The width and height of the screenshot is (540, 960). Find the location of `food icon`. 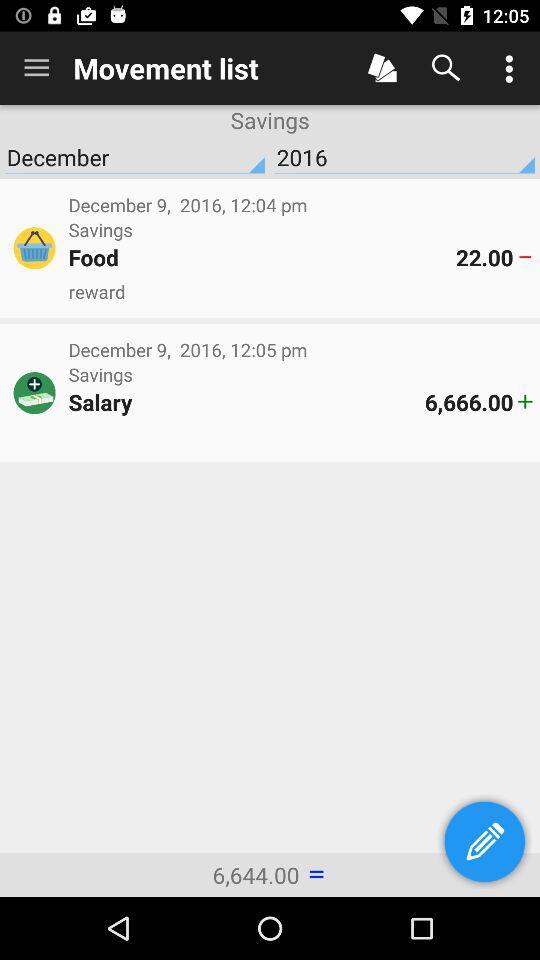

food icon is located at coordinates (262, 256).